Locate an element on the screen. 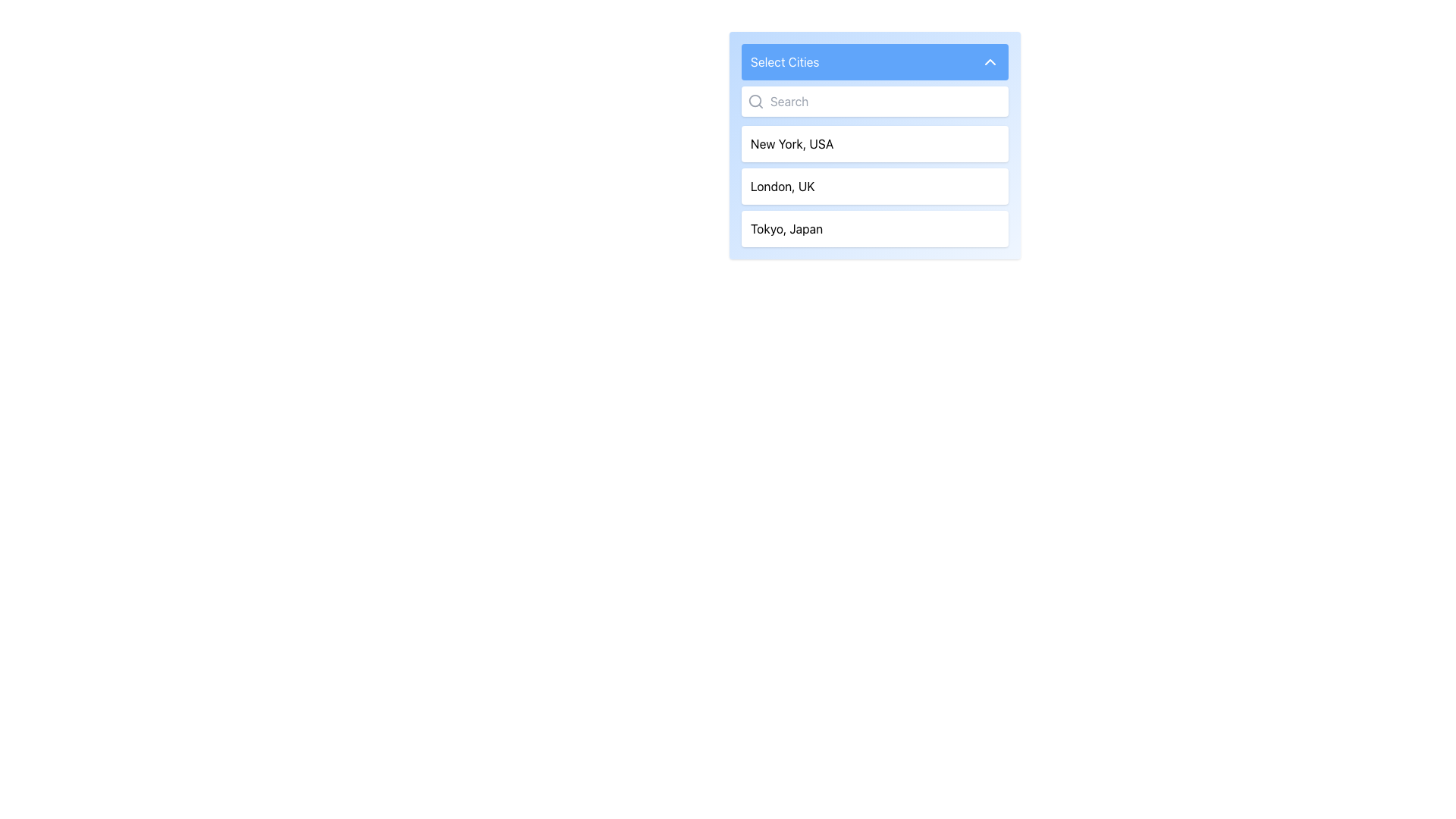 The height and width of the screenshot is (819, 1456). the list item labeled 'Tokyo, Japan', which is the third item in a vertical list with a white background and rounded edges is located at coordinates (874, 228).